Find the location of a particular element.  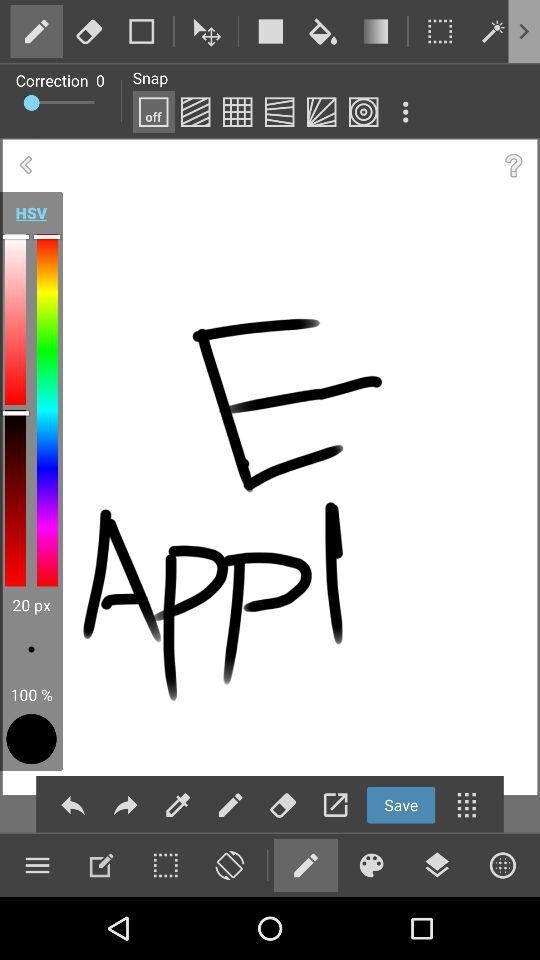

the edit icon is located at coordinates (178, 805).